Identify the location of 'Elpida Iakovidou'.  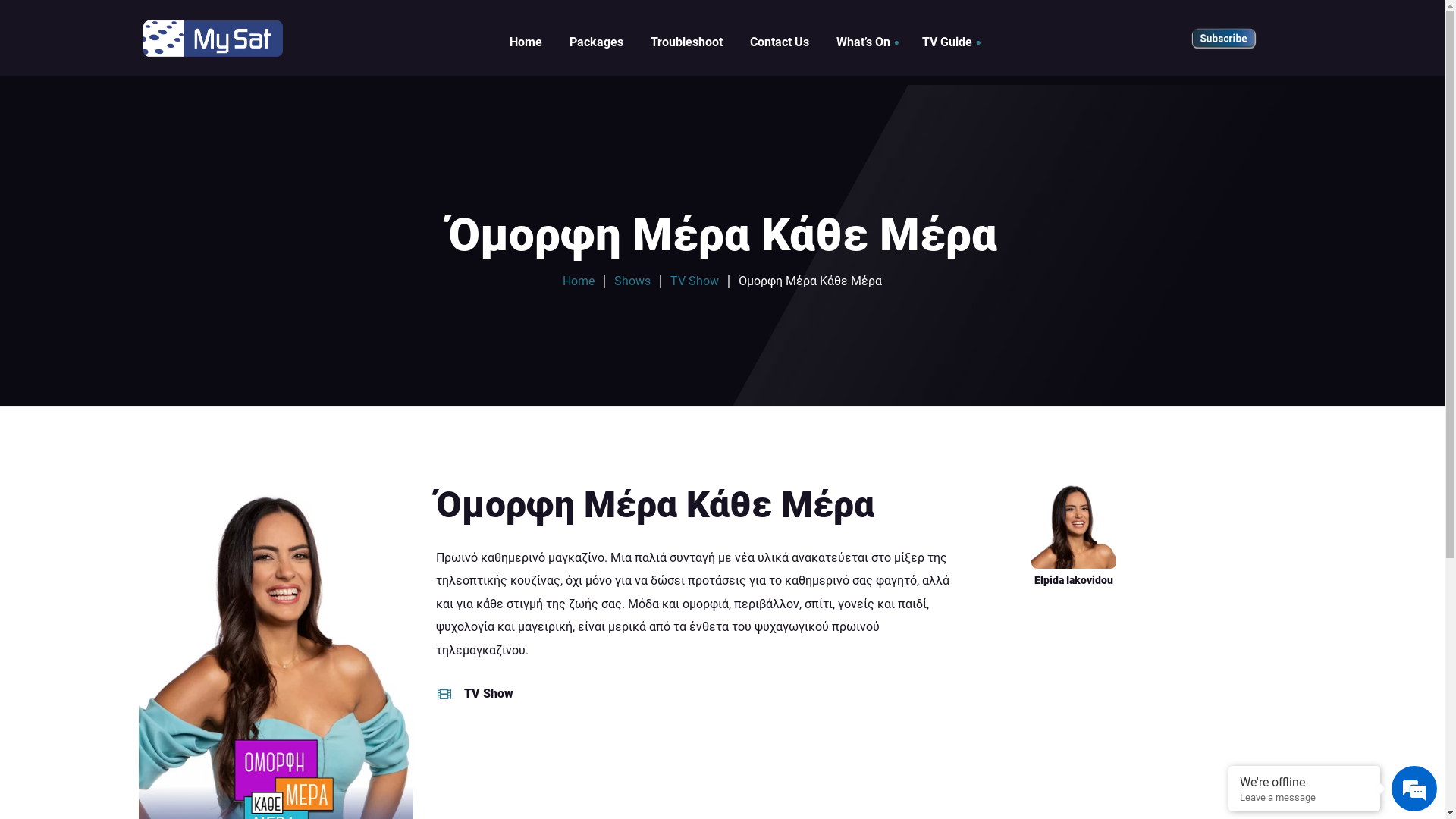
(1073, 534).